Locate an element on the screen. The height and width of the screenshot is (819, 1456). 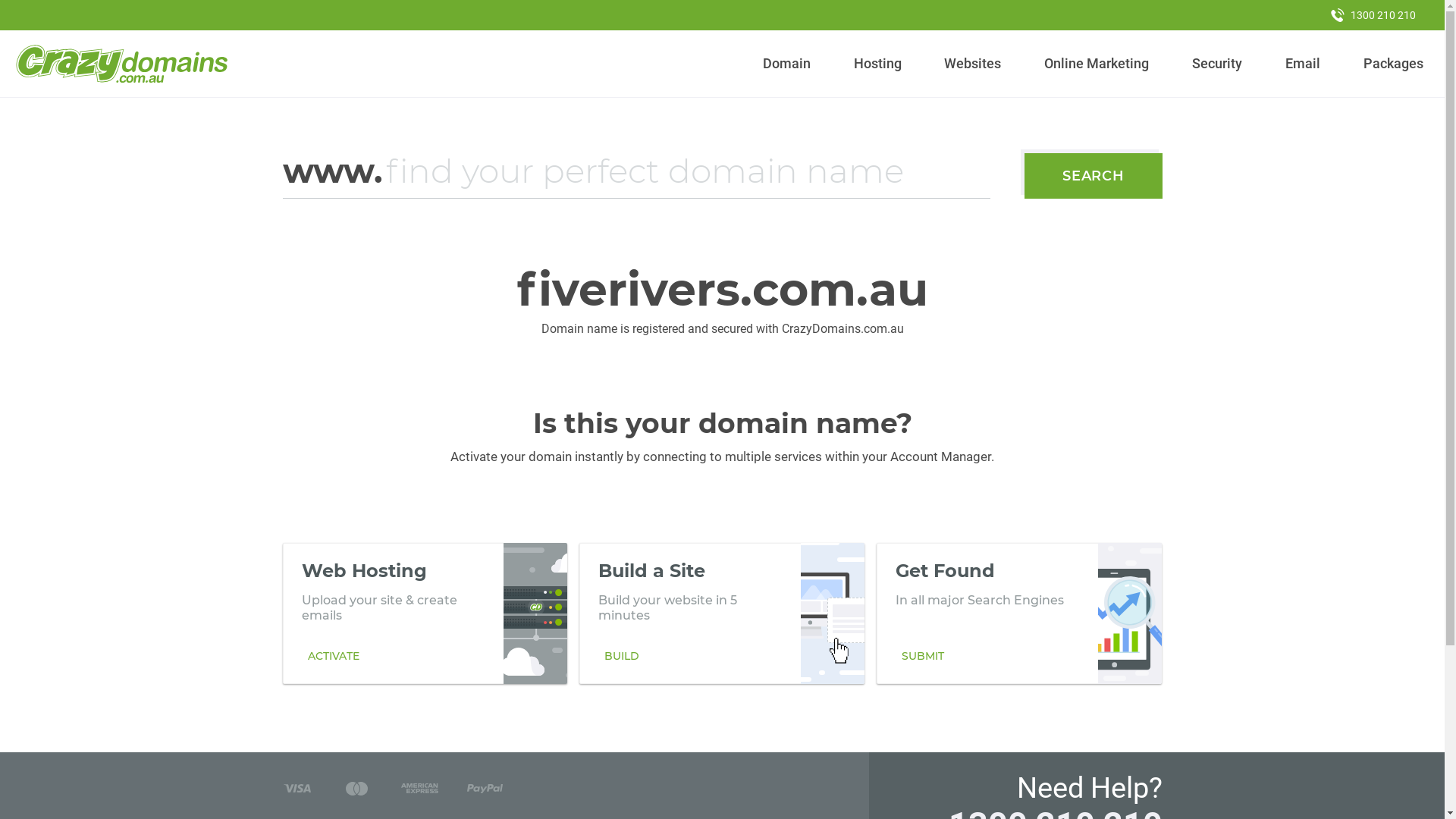
'Packages' is located at coordinates (1393, 63).